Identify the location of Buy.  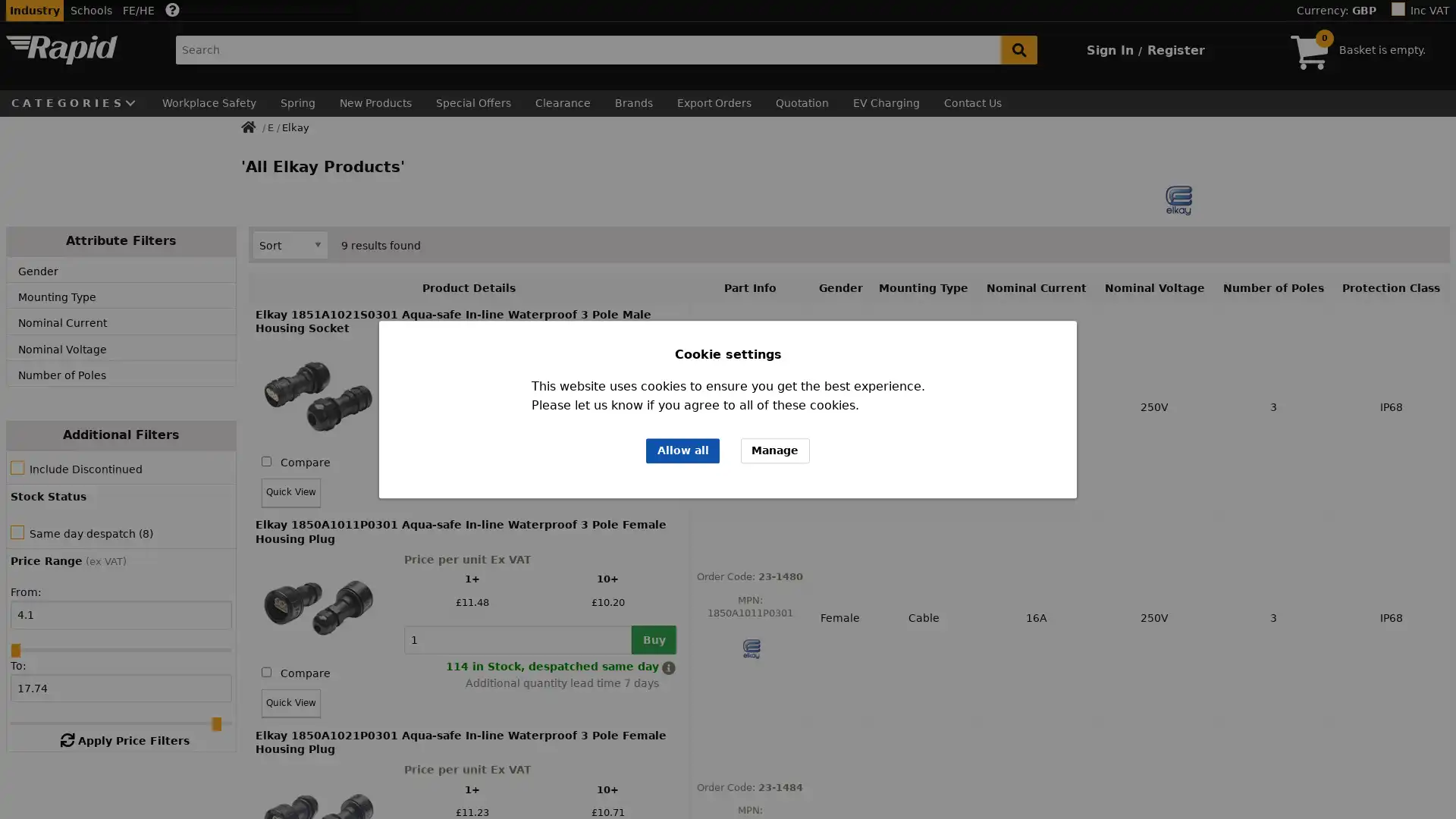
(654, 441).